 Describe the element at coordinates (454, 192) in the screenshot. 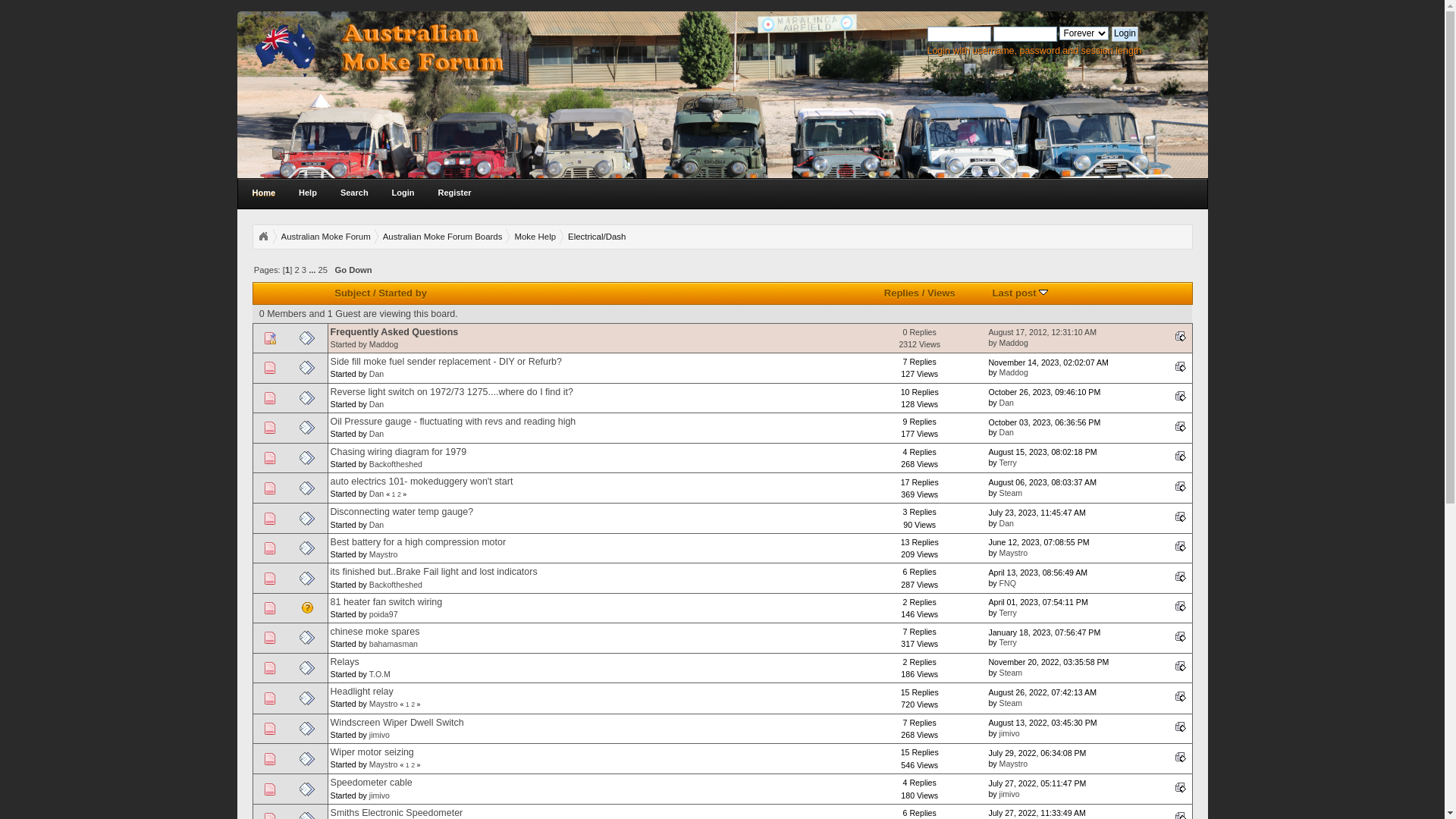

I see `'Register'` at that location.